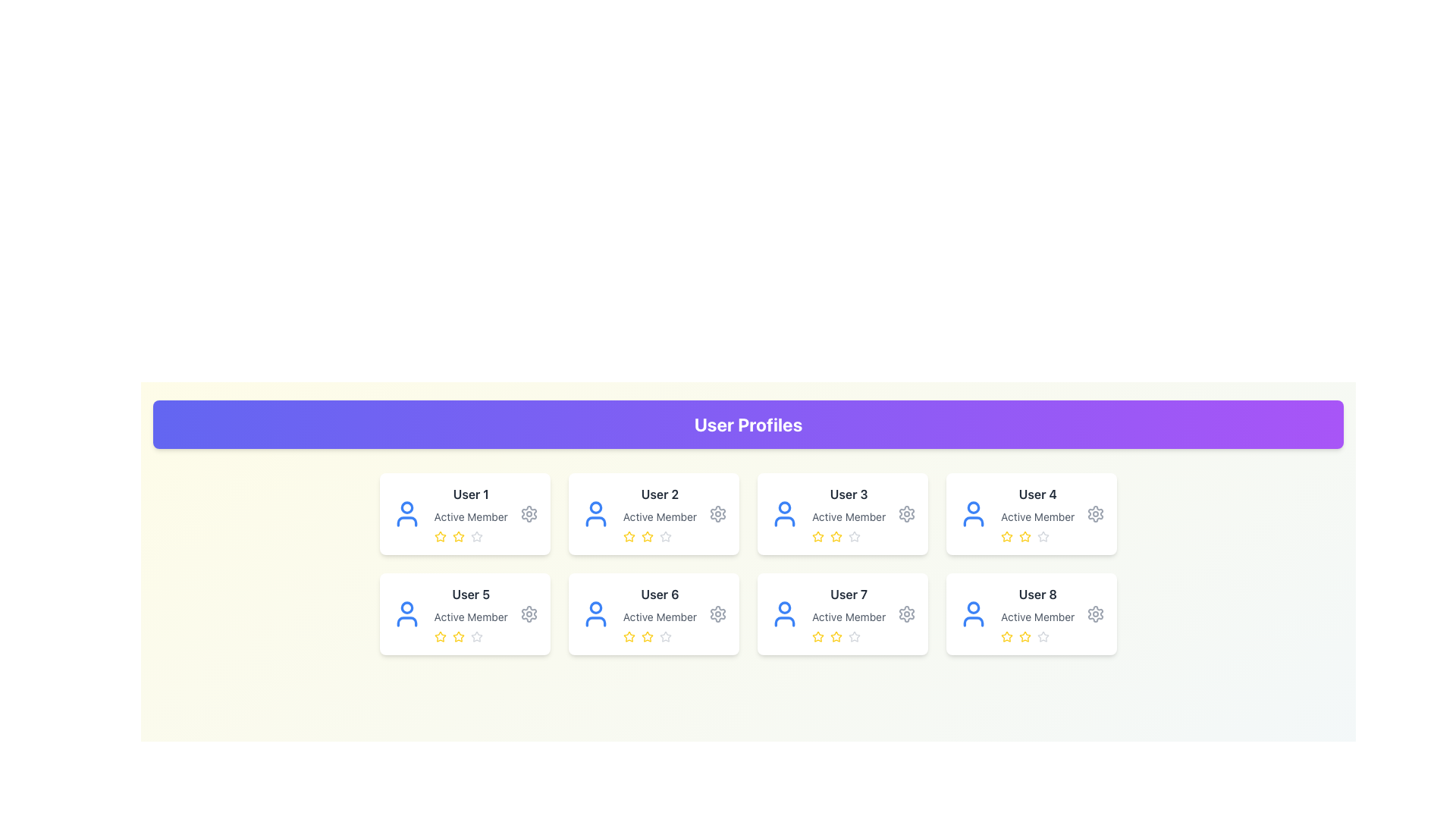 This screenshot has width=1456, height=819. Describe the element at coordinates (836, 535) in the screenshot. I see `the second star icon in the rating system of 'User 3's profile card` at that location.